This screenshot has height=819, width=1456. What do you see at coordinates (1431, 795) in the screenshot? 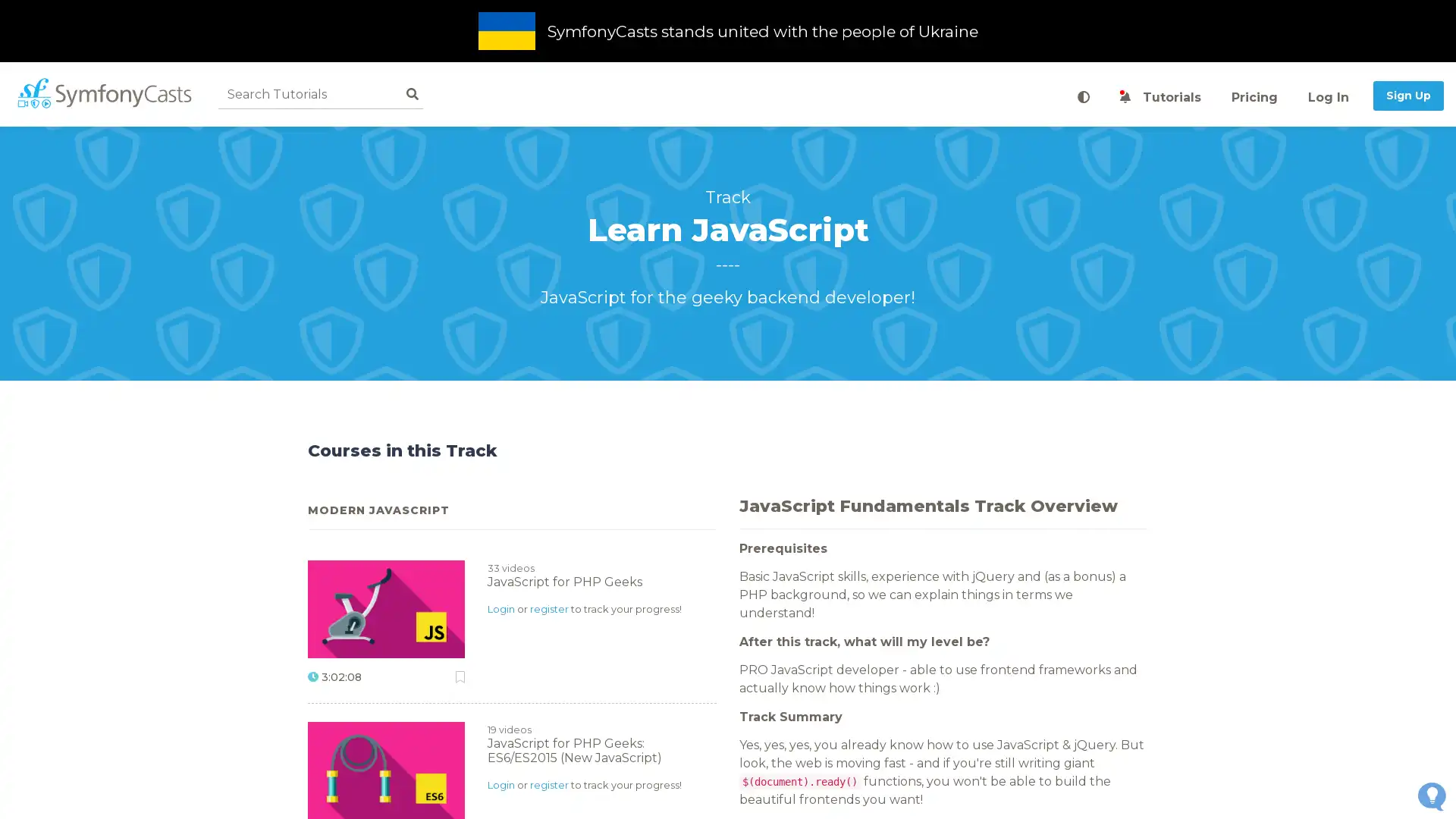
I see `Open Feedback Widget` at bounding box center [1431, 795].